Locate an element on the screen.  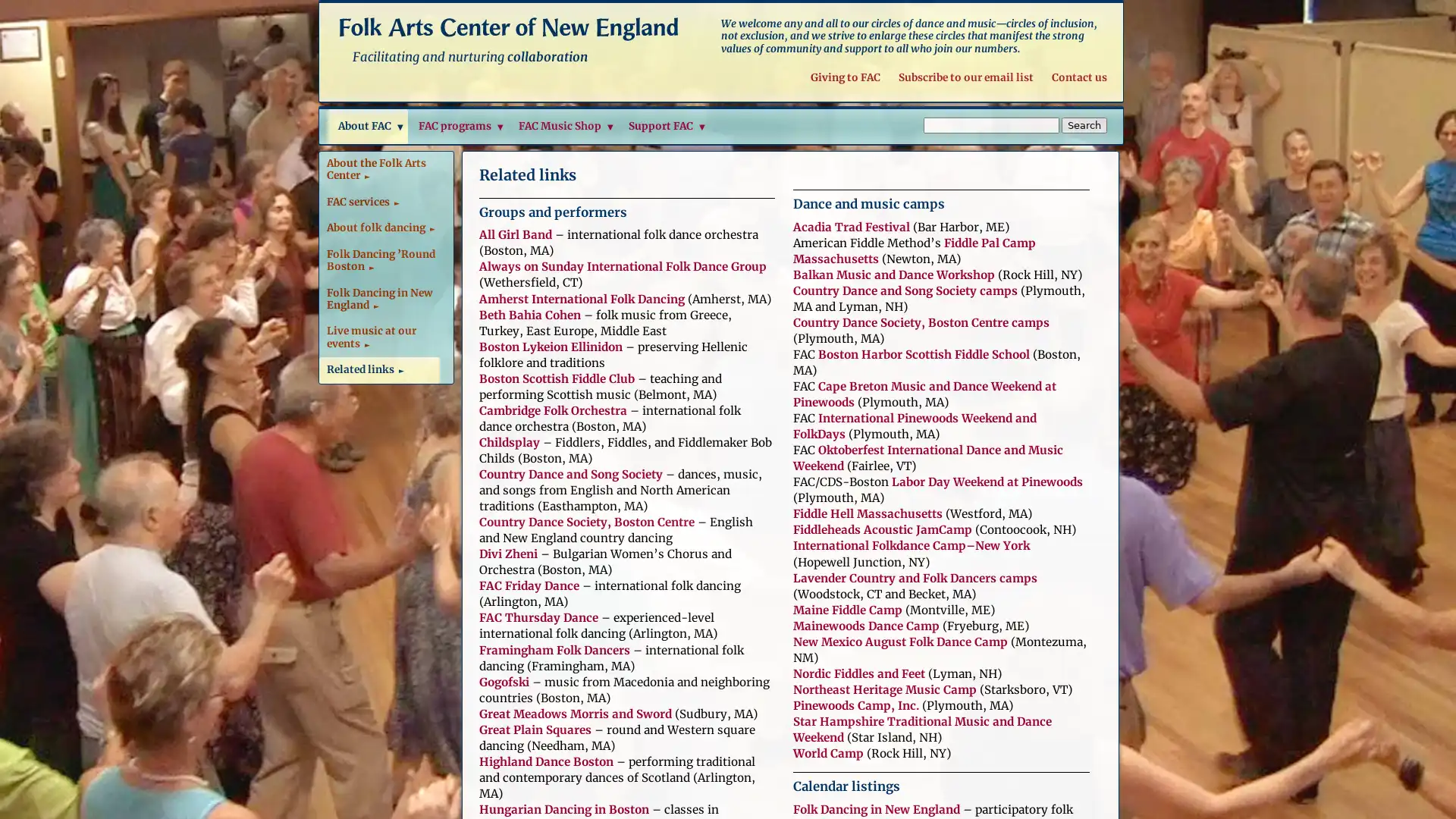
Search is located at coordinates (1084, 124).